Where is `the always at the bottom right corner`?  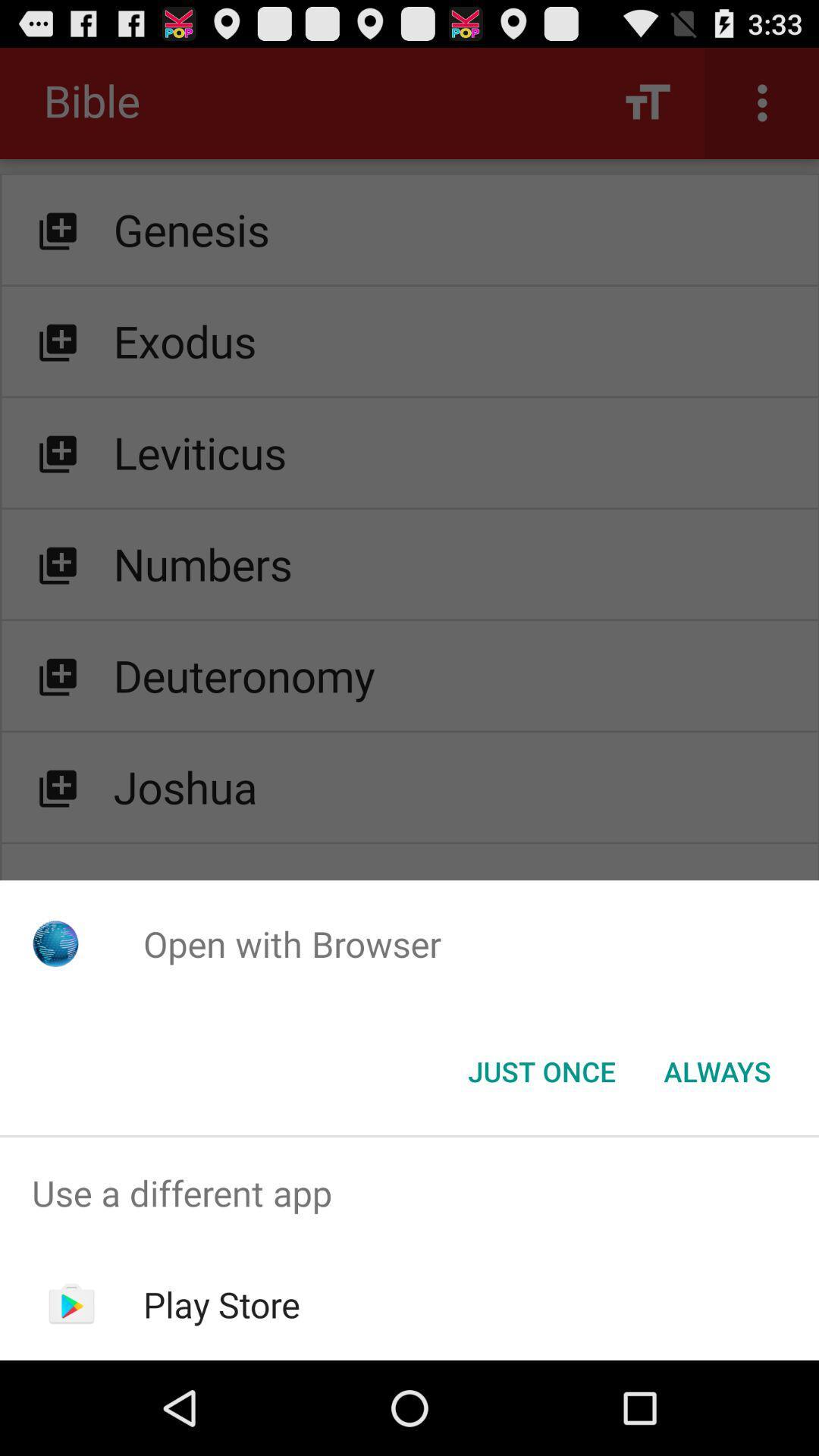
the always at the bottom right corner is located at coordinates (717, 1070).